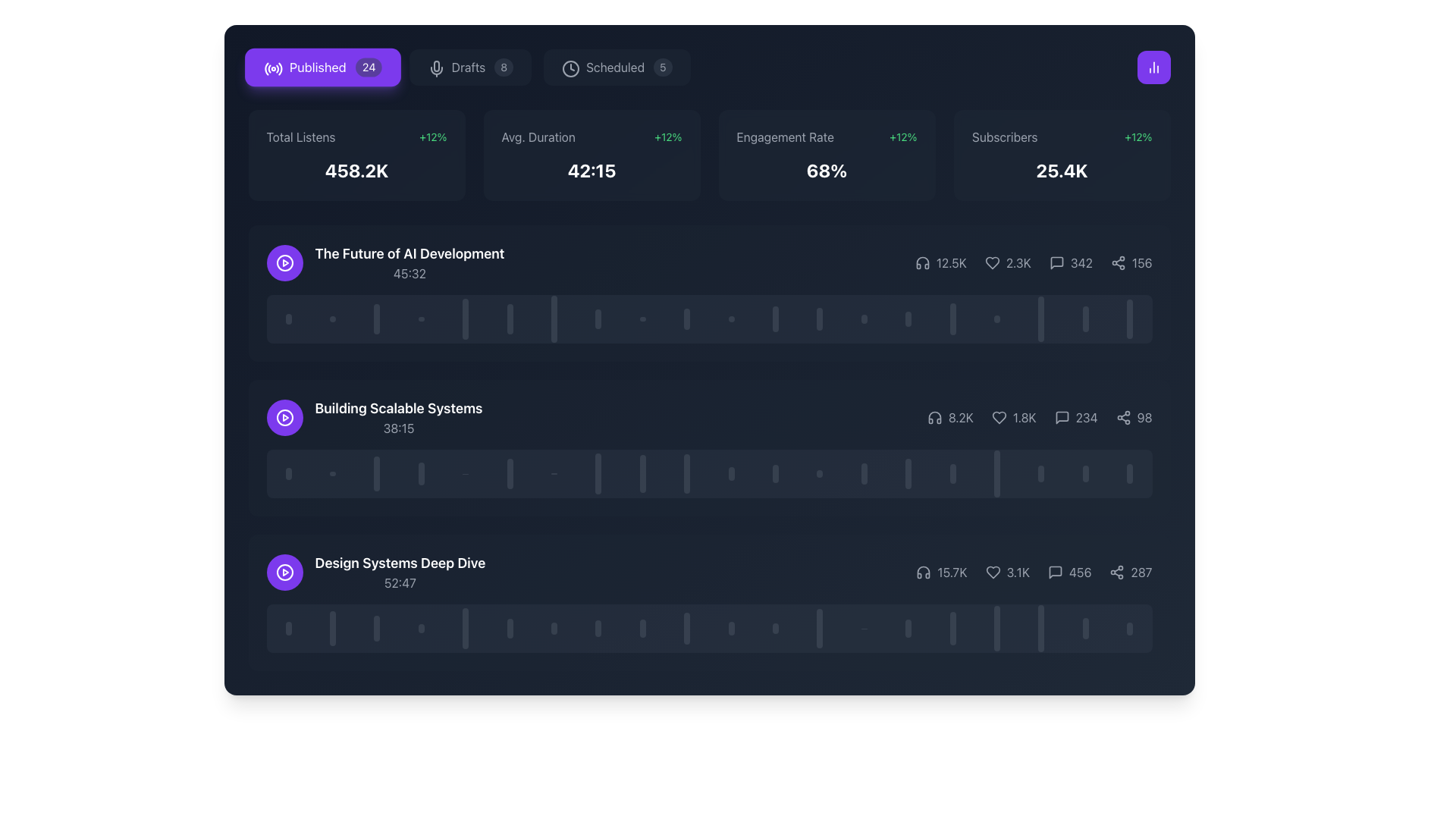 The width and height of the screenshot is (1456, 819). What do you see at coordinates (864, 472) in the screenshot?
I see `the 14th vertical bar in a horizontal group of 20 bars in the second row of the interface` at bounding box center [864, 472].